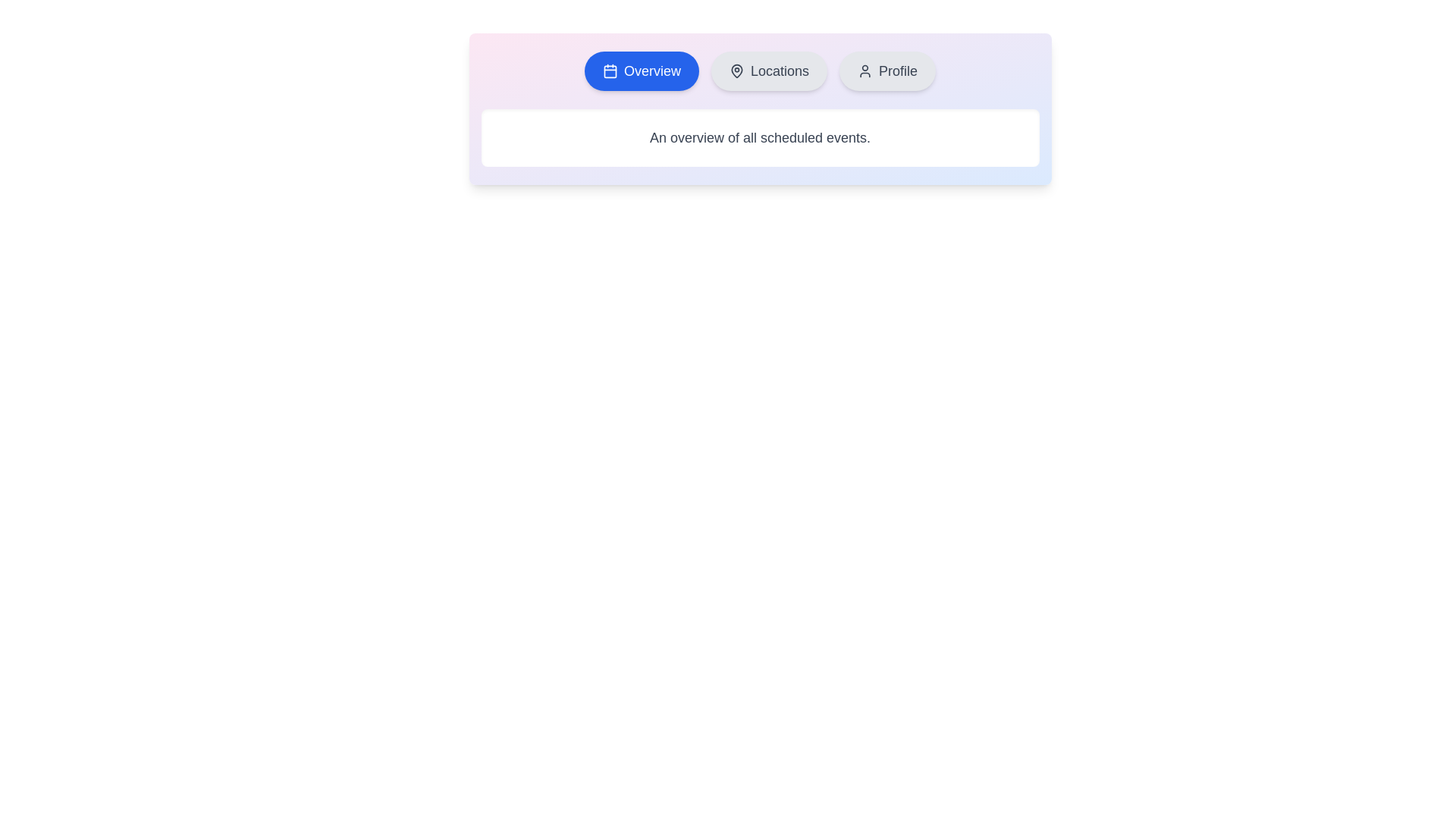 Image resolution: width=1456 pixels, height=819 pixels. What do you see at coordinates (768, 71) in the screenshot?
I see `the Locations tab to switch to its content` at bounding box center [768, 71].